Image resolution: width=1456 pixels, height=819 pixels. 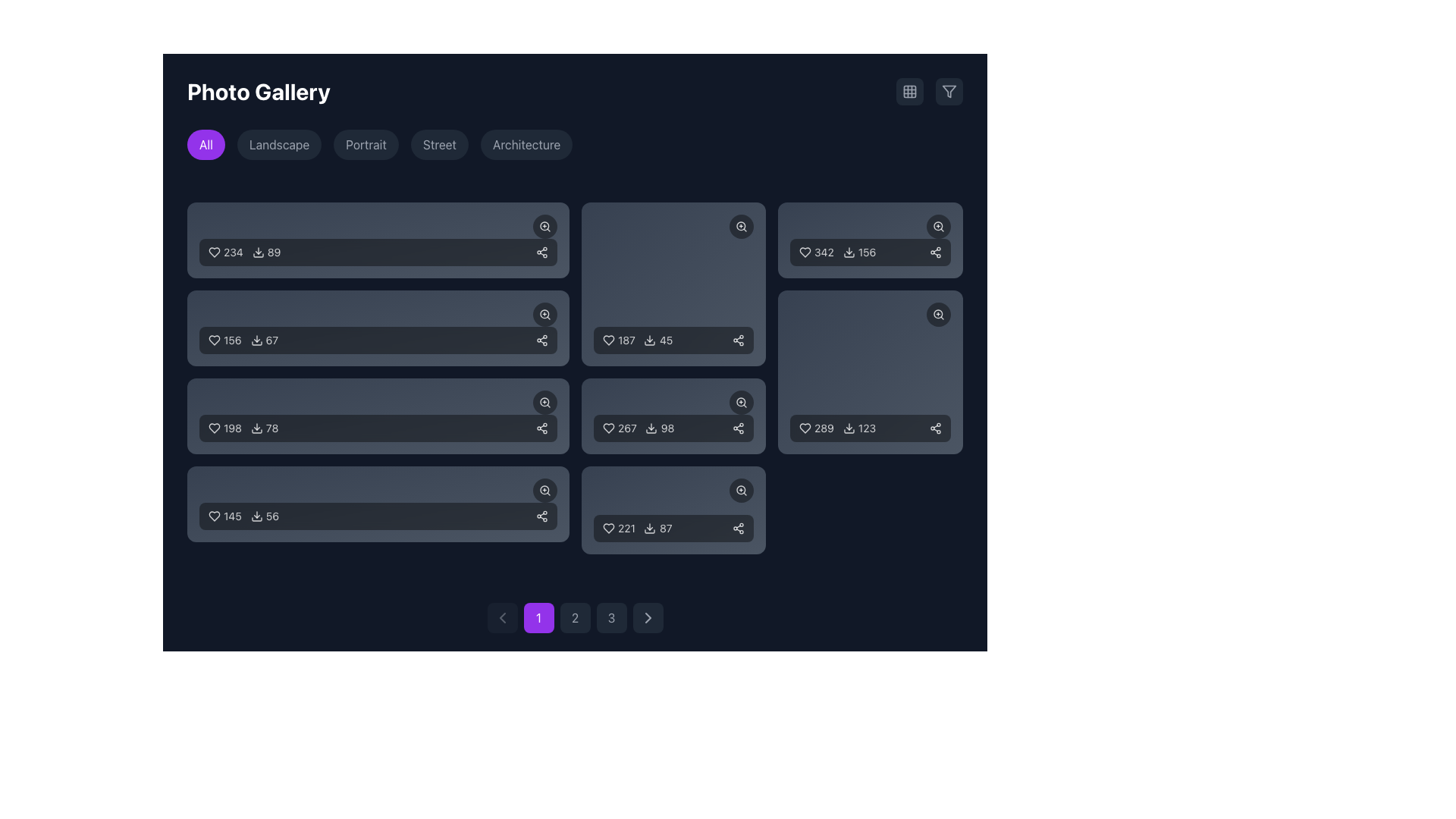 What do you see at coordinates (742, 402) in the screenshot?
I see `the zoom-in icon button located in the top-right corner of the card displaying '267 likes and 98 downloads' to potentially display a tooltip` at bounding box center [742, 402].